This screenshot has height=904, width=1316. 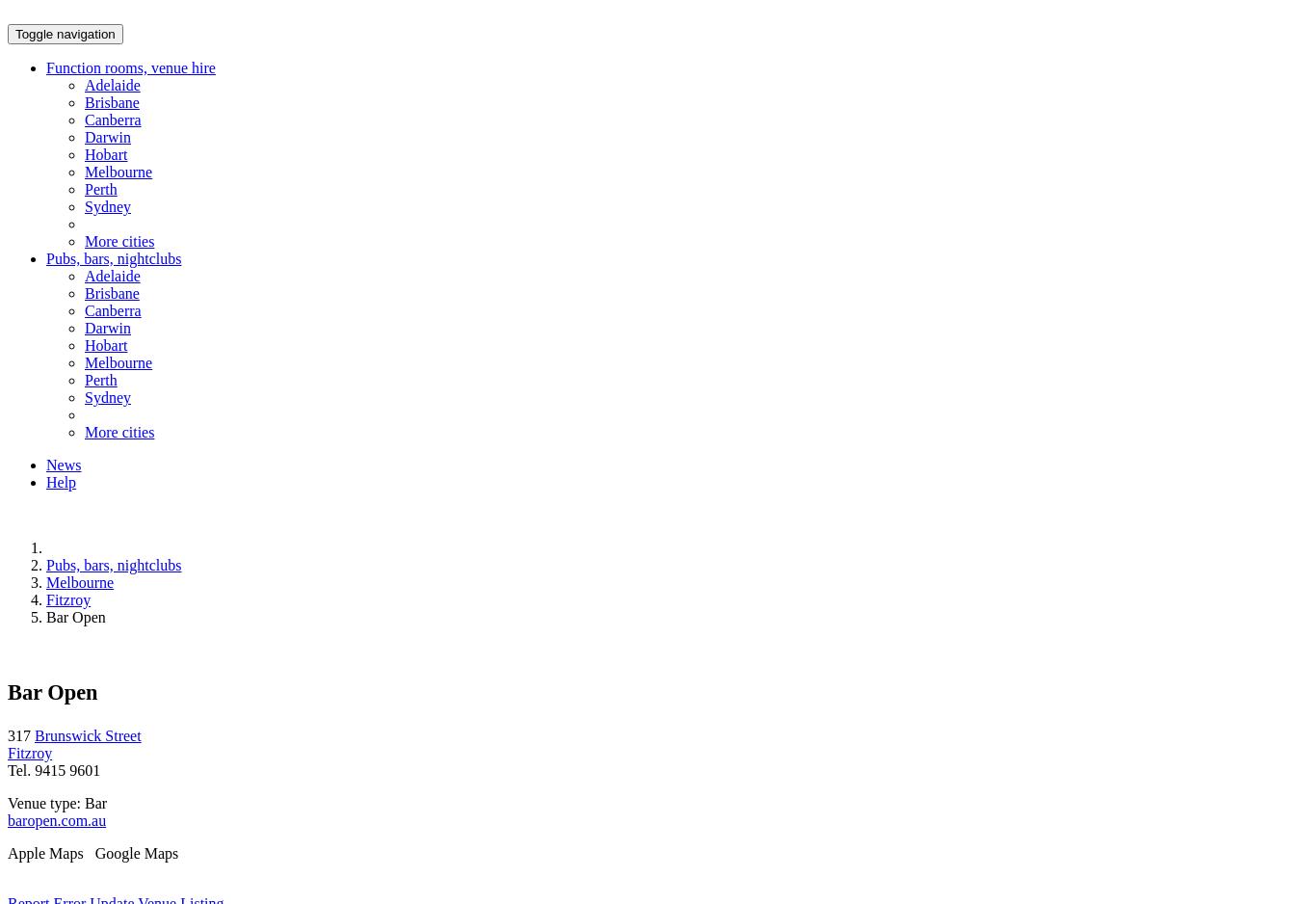 What do you see at coordinates (57, 802) in the screenshot?
I see `'Venue type: Bar'` at bounding box center [57, 802].